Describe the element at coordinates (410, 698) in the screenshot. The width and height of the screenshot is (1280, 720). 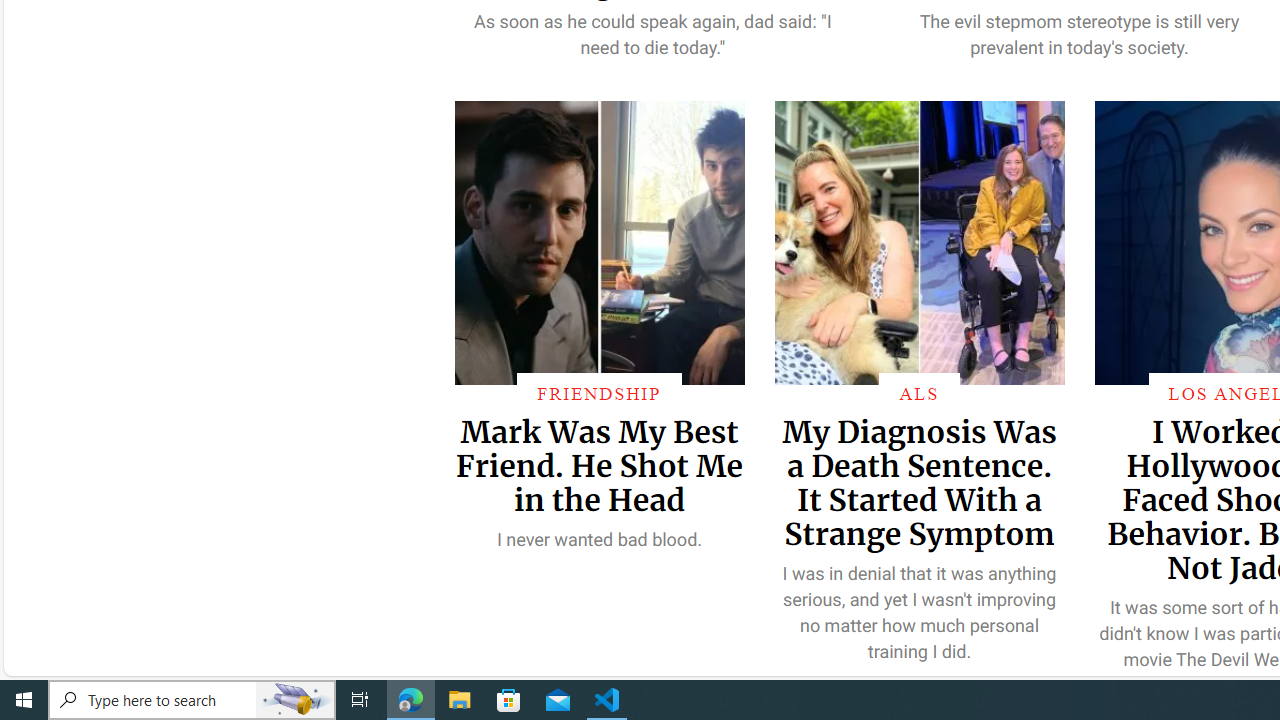
I see `'Microsoft Edge - 1 running window'` at that location.